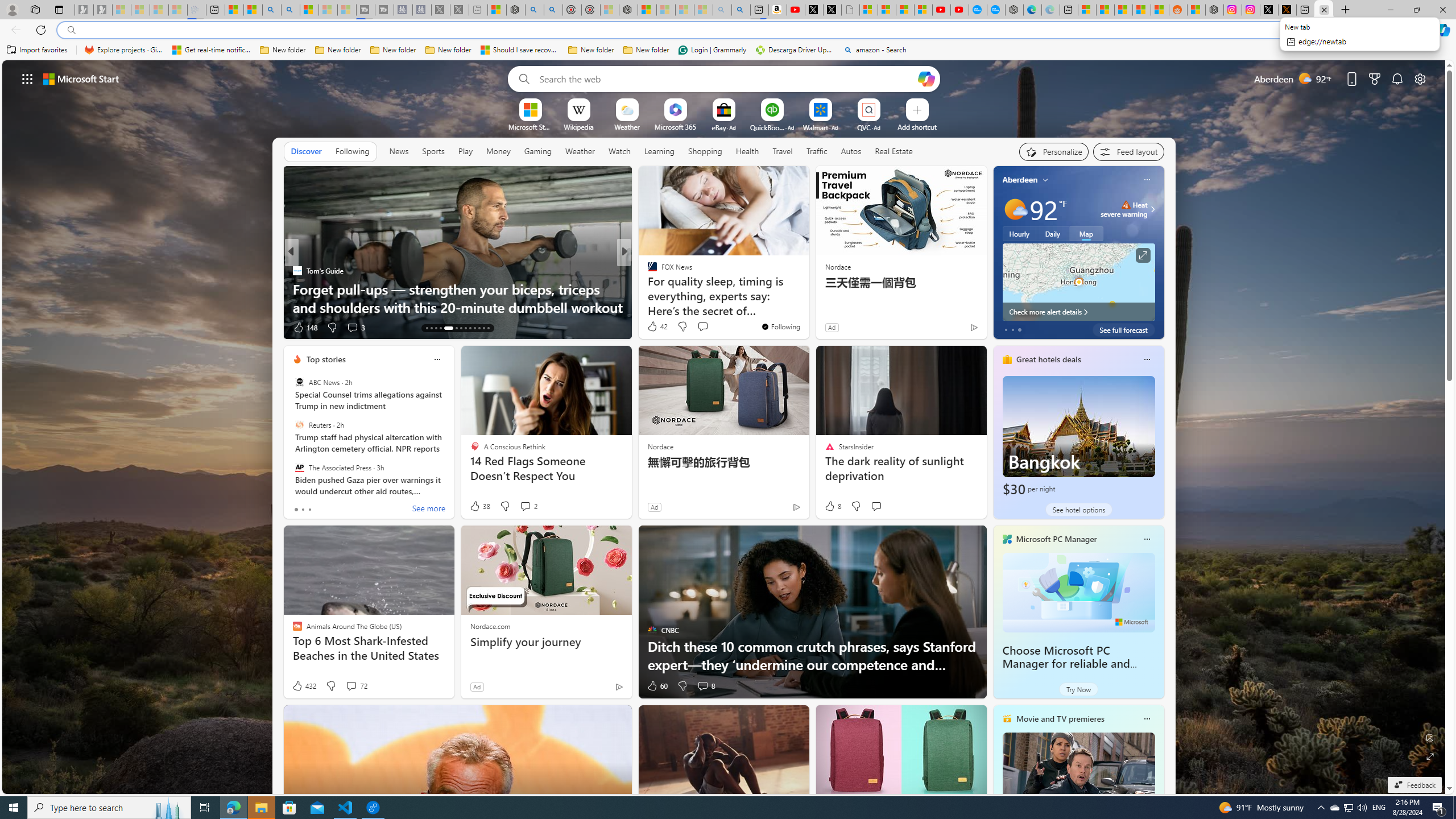 Image resolution: width=1456 pixels, height=819 pixels. I want to click on 'tab-1', so click(302, 509).